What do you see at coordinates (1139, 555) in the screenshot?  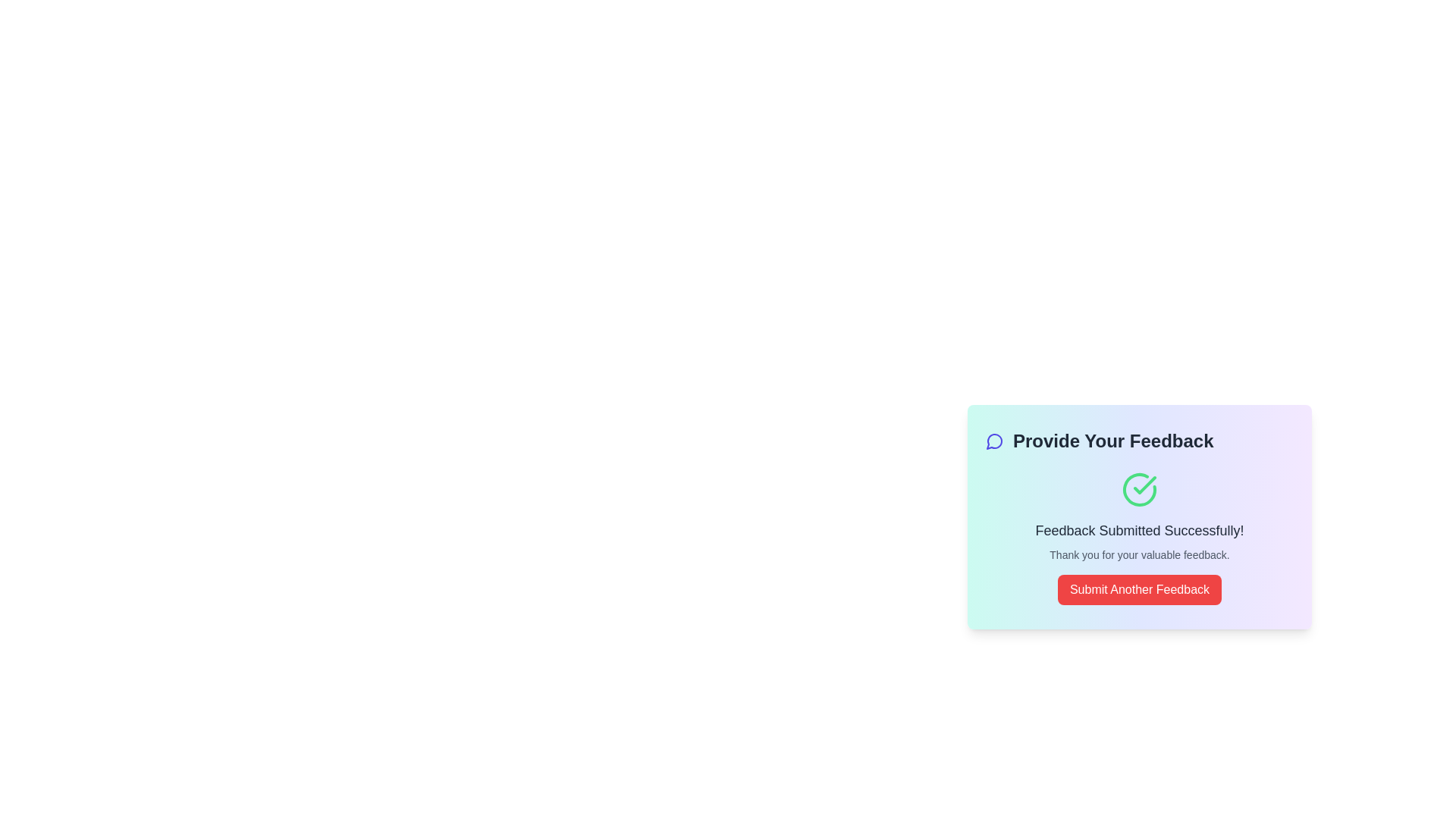 I see `the confirmation text label that thanks the user for their feedback, which is located below the 'Feedback Submitted Successfully!' message and above the 'Submit Another Feedback' red button` at bounding box center [1139, 555].